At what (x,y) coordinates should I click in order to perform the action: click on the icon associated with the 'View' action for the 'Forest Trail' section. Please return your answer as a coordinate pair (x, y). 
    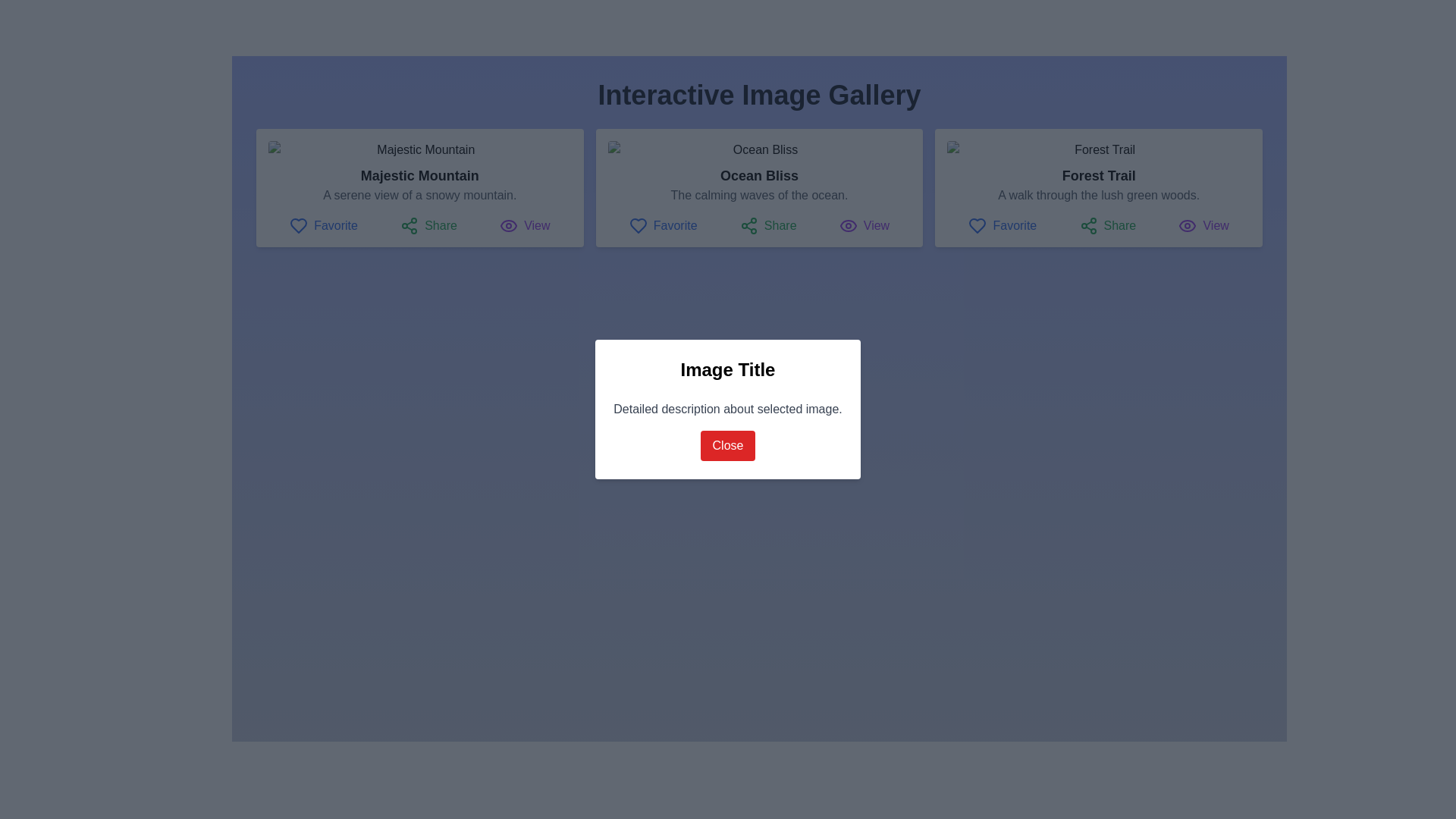
    Looking at the image, I should click on (1187, 225).